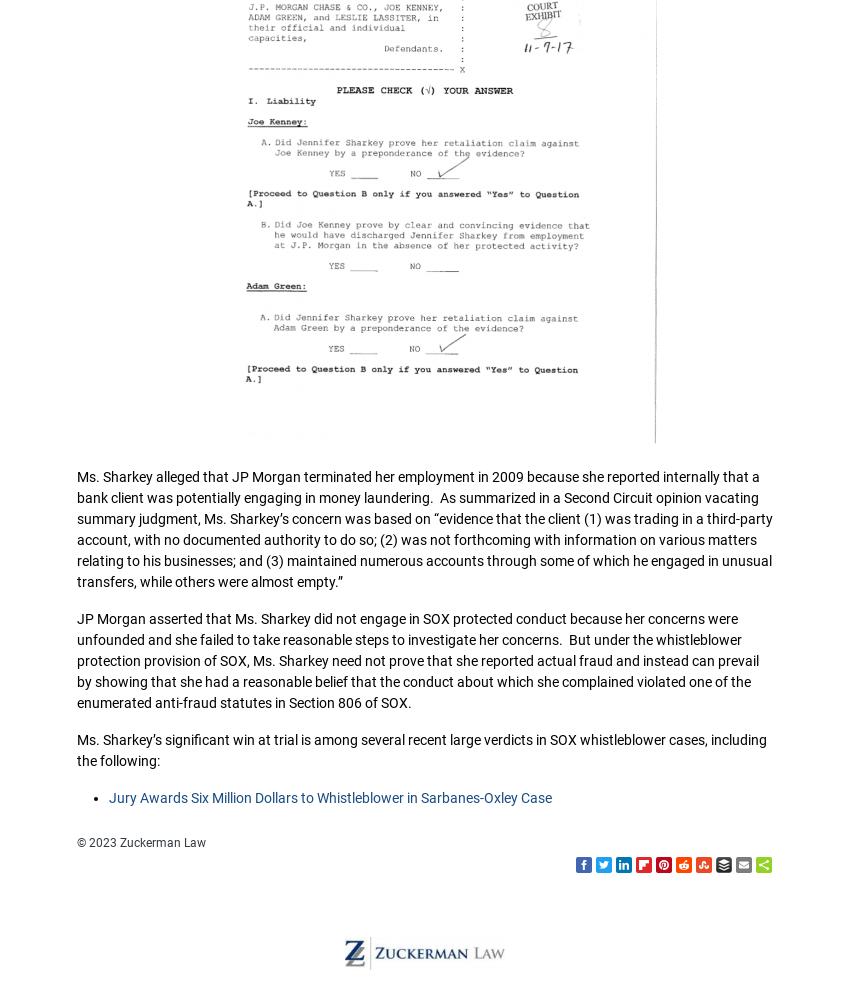 The image size is (850, 981). What do you see at coordinates (371, 65) in the screenshot?
I see `'Health Care Law'` at bounding box center [371, 65].